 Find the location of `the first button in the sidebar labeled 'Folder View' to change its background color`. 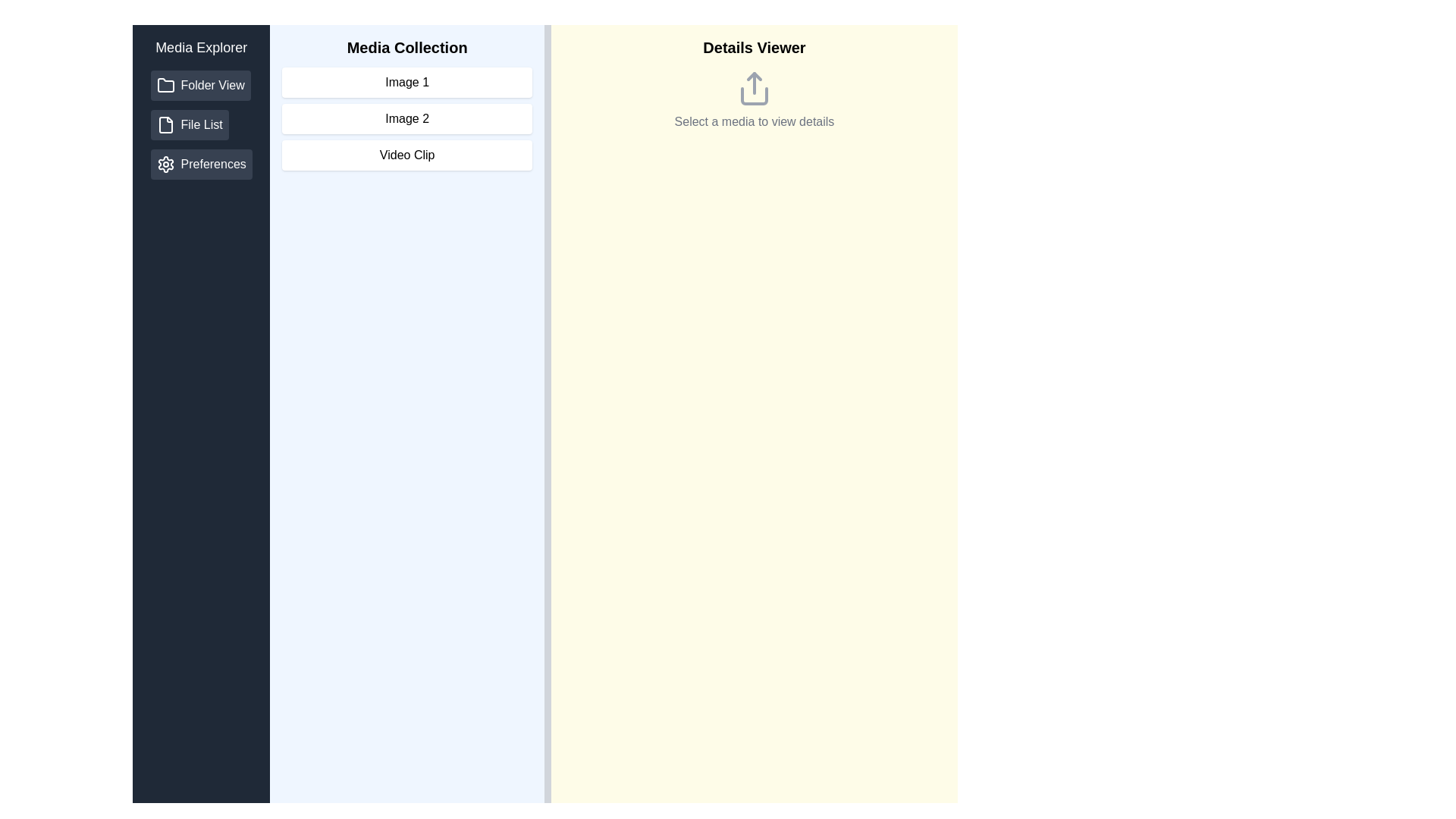

the first button in the sidebar labeled 'Folder View' to change its background color is located at coordinates (199, 85).